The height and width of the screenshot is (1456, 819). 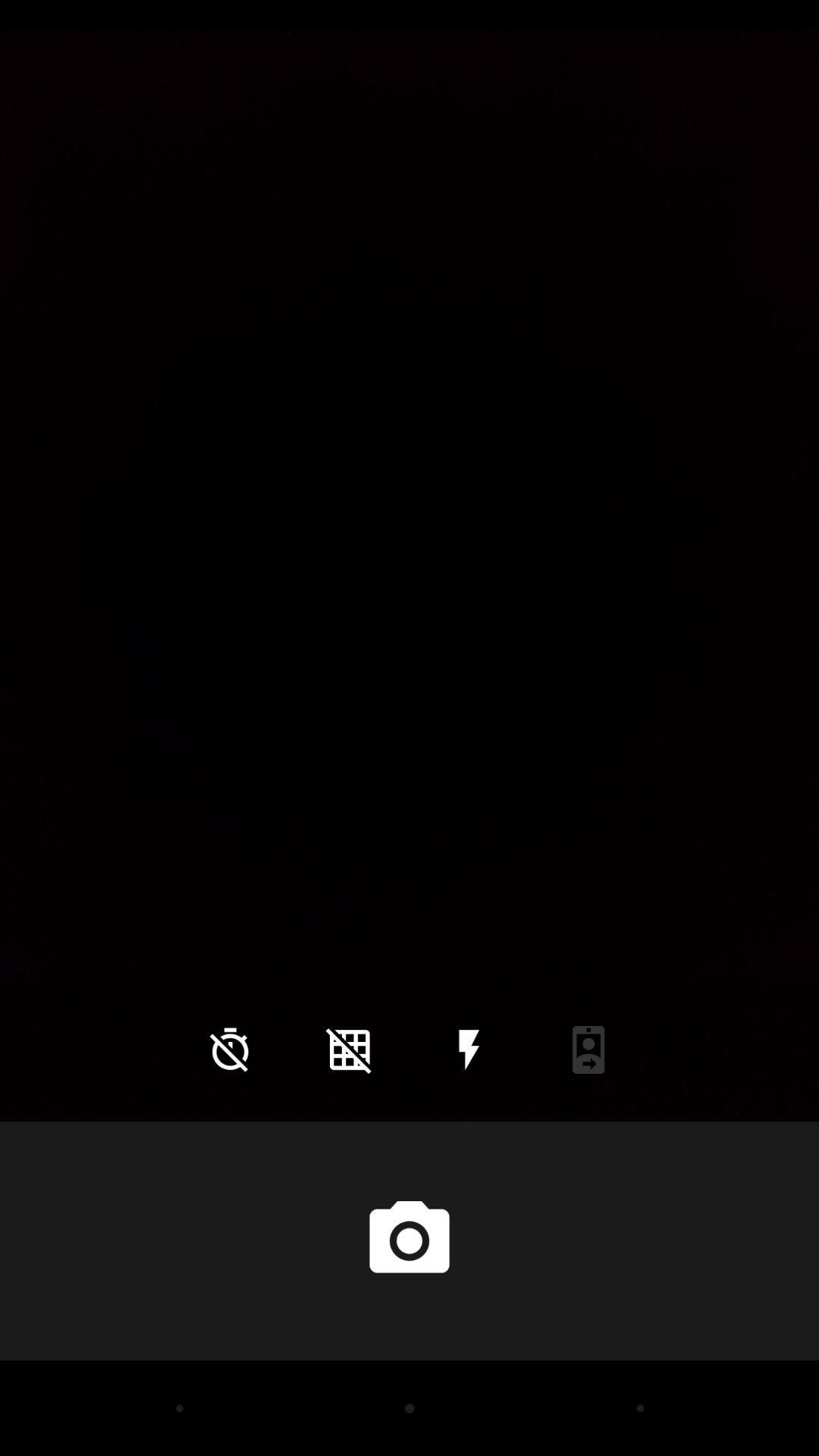 I want to click on icon at the bottom right corner, so click(x=588, y=1049).